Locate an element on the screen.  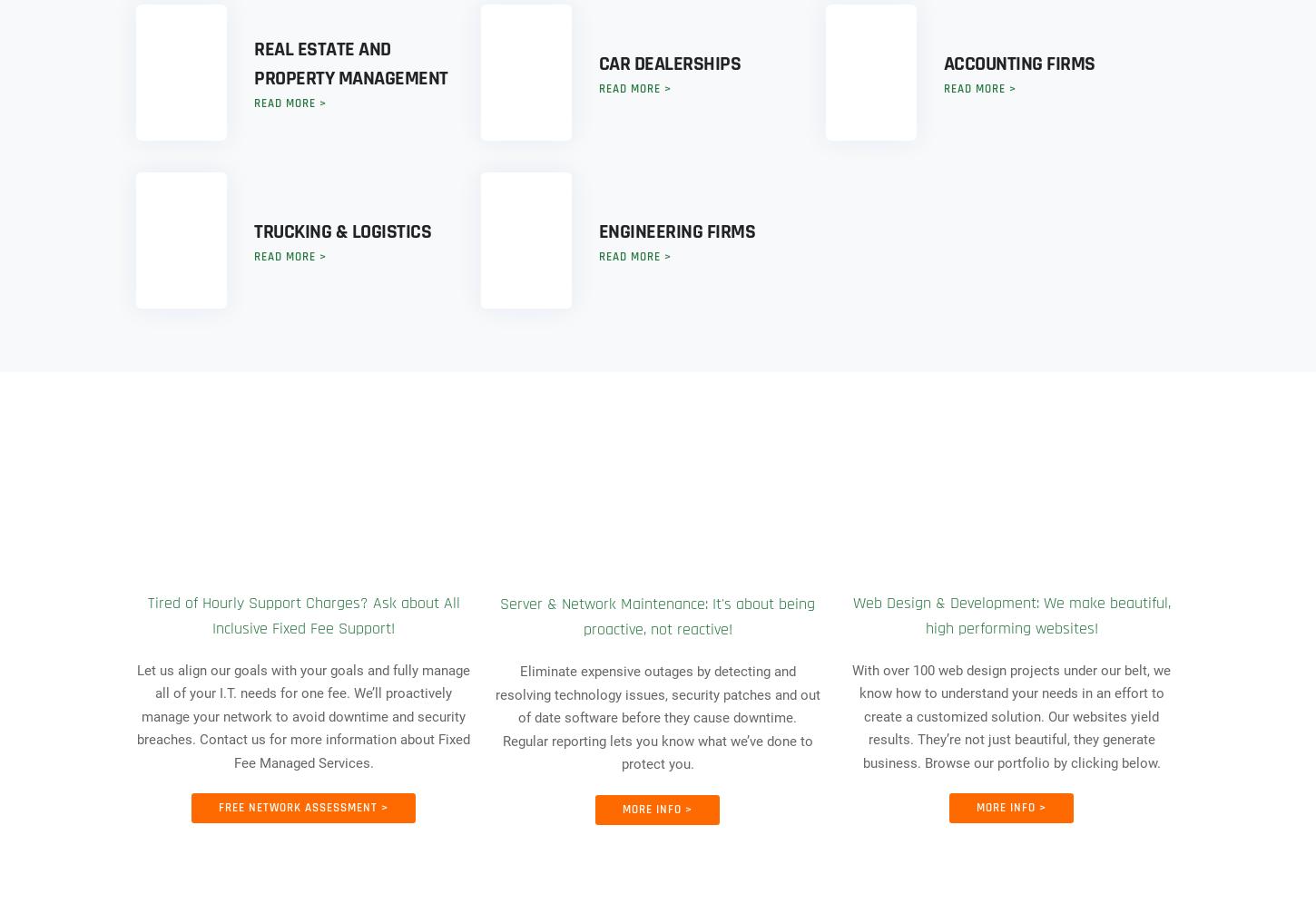
'CAR DEALERSHIPS' is located at coordinates (669, 64).